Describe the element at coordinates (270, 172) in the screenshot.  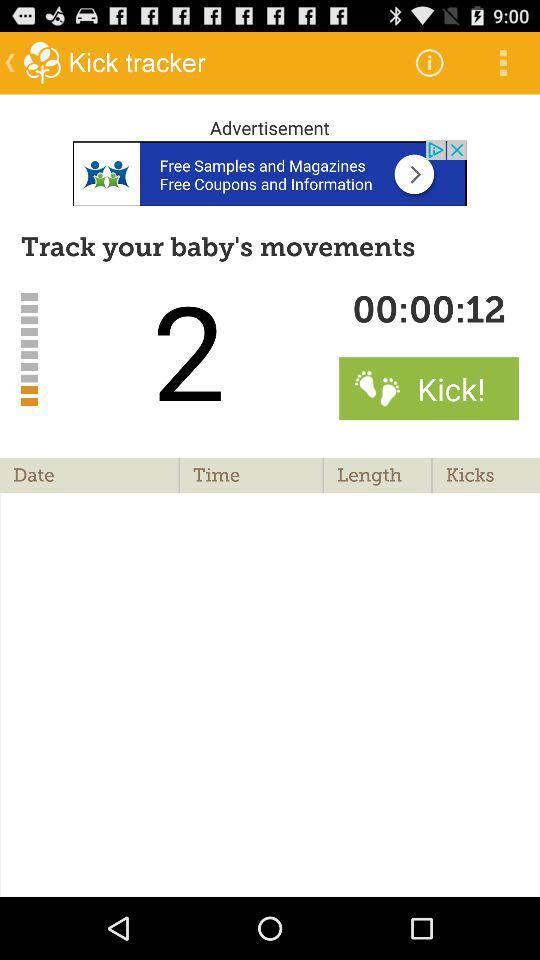
I see `advertisement` at that location.